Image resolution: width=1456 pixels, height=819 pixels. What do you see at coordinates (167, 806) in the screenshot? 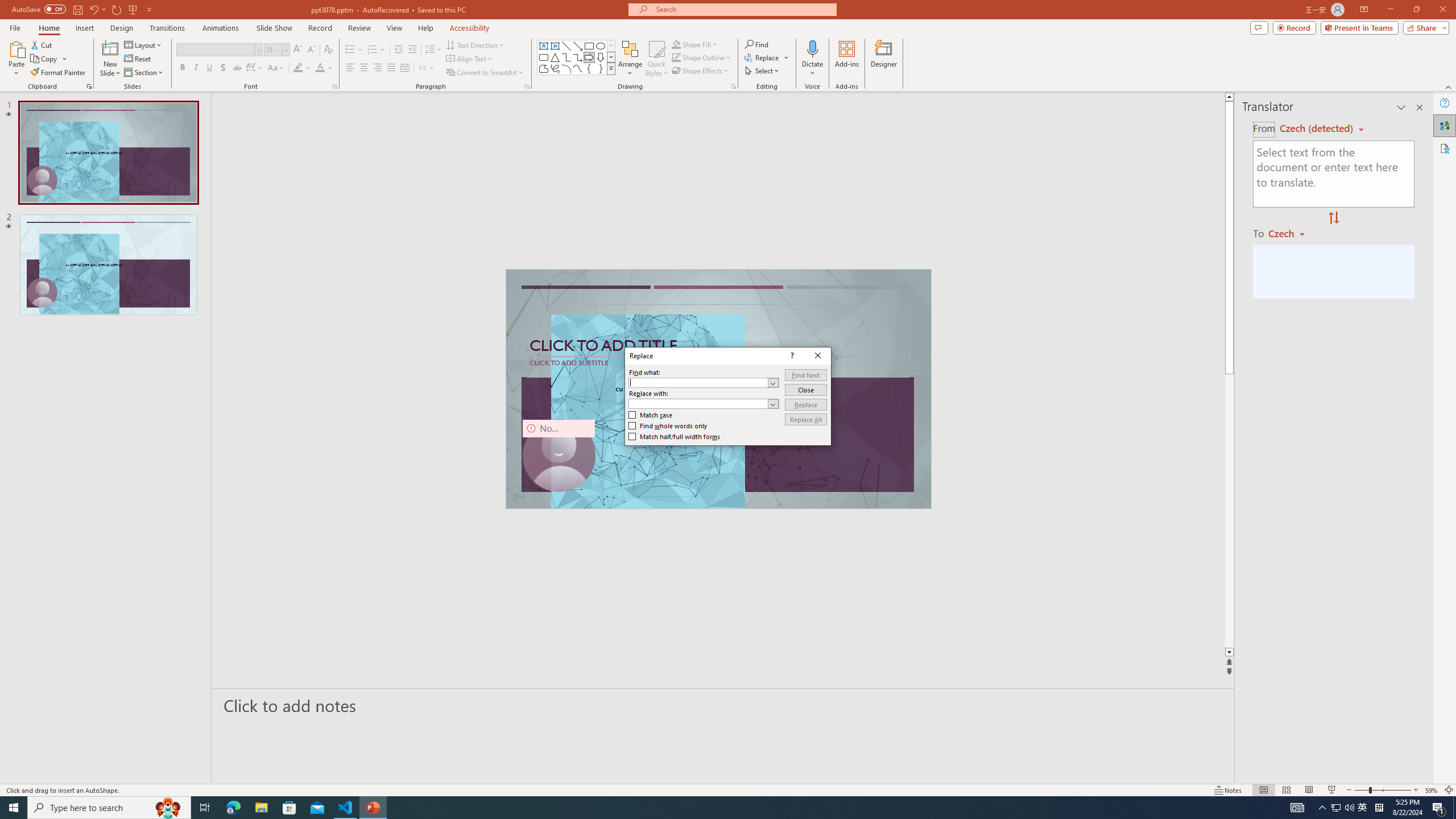
I see `'Search highlights icon opens search home window'` at bounding box center [167, 806].